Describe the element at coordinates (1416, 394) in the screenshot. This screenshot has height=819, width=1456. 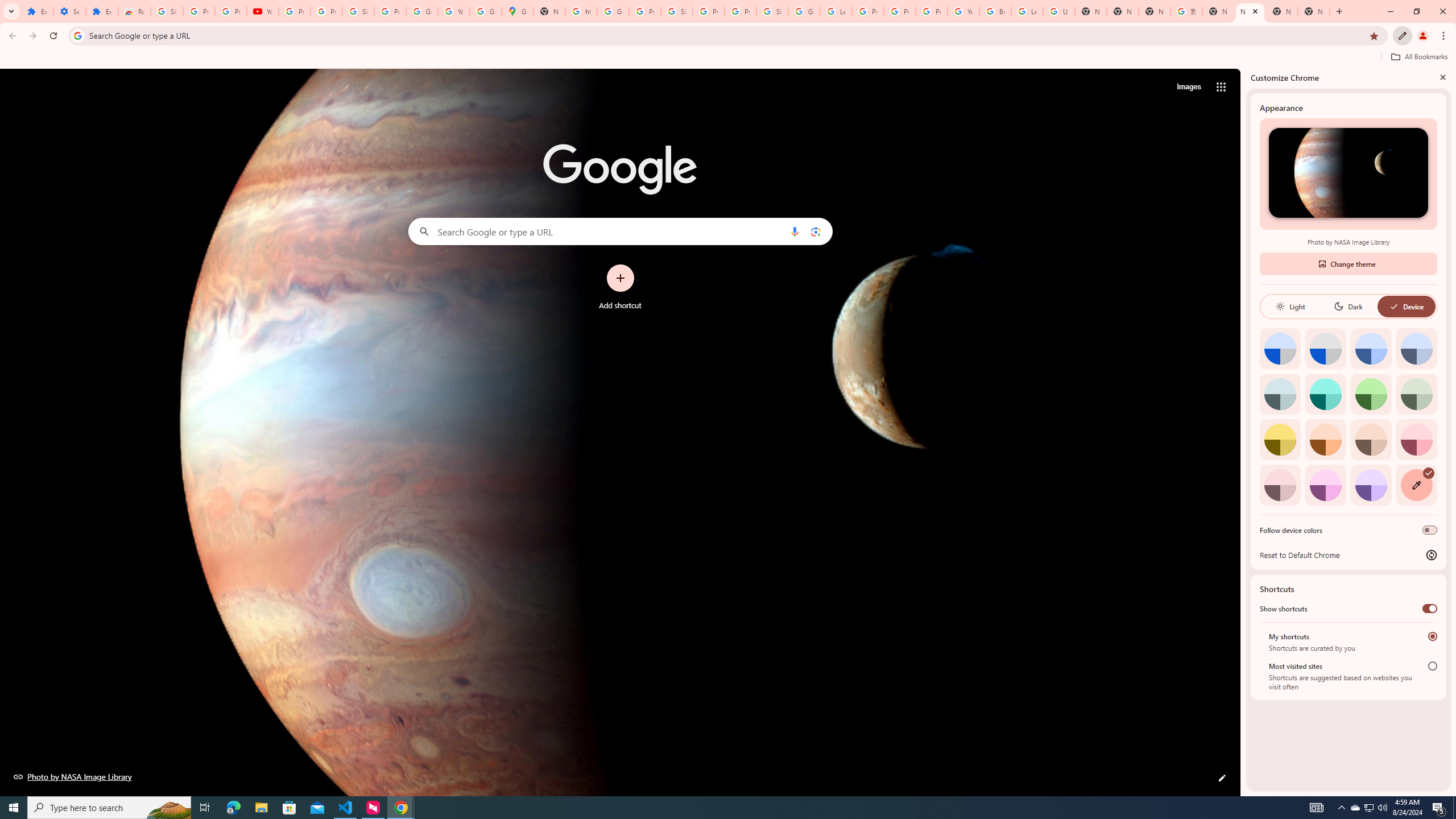
I see `'Viridian'` at that location.